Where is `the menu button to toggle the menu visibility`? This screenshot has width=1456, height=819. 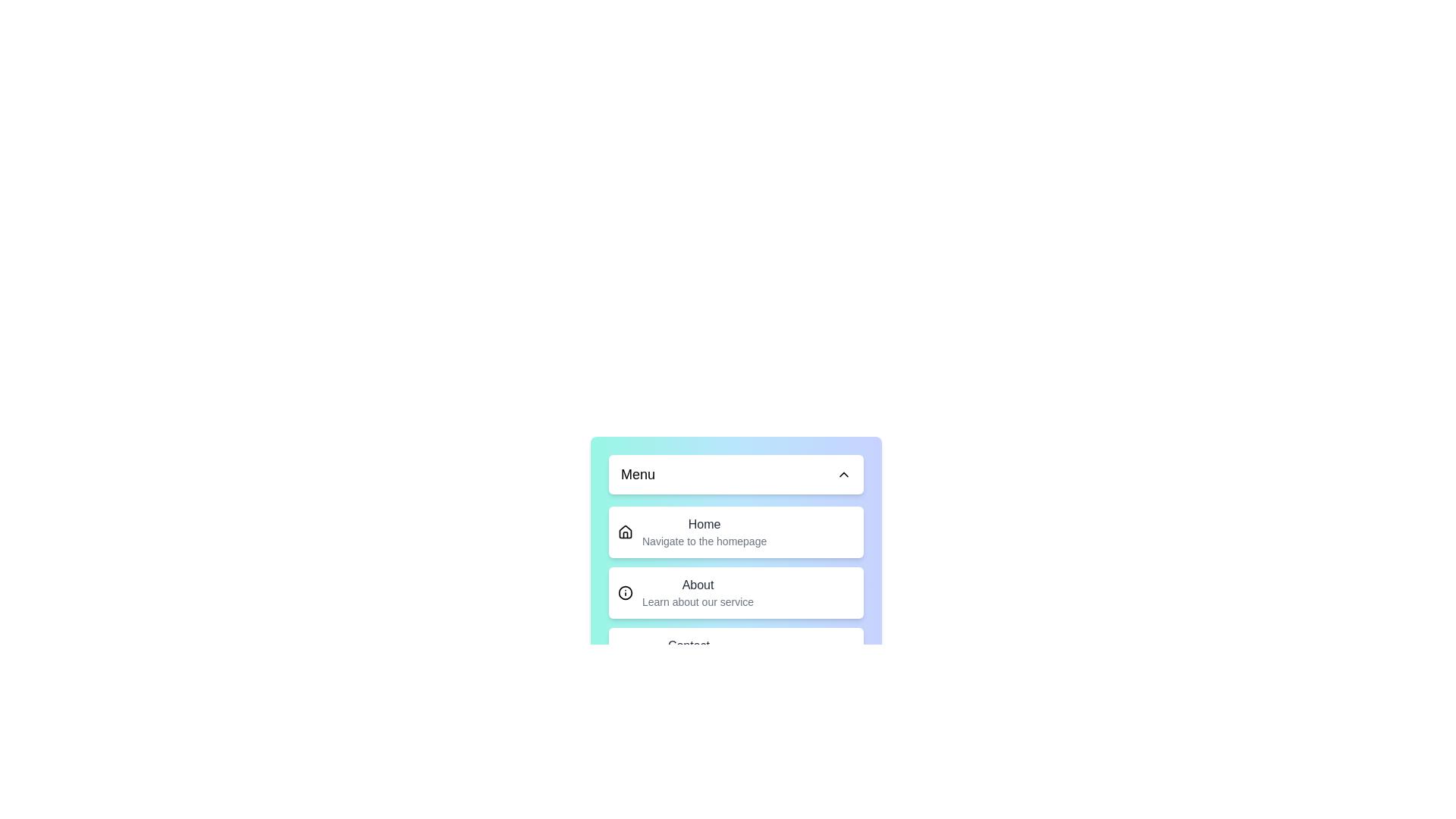
the menu button to toggle the menu visibility is located at coordinates (736, 473).